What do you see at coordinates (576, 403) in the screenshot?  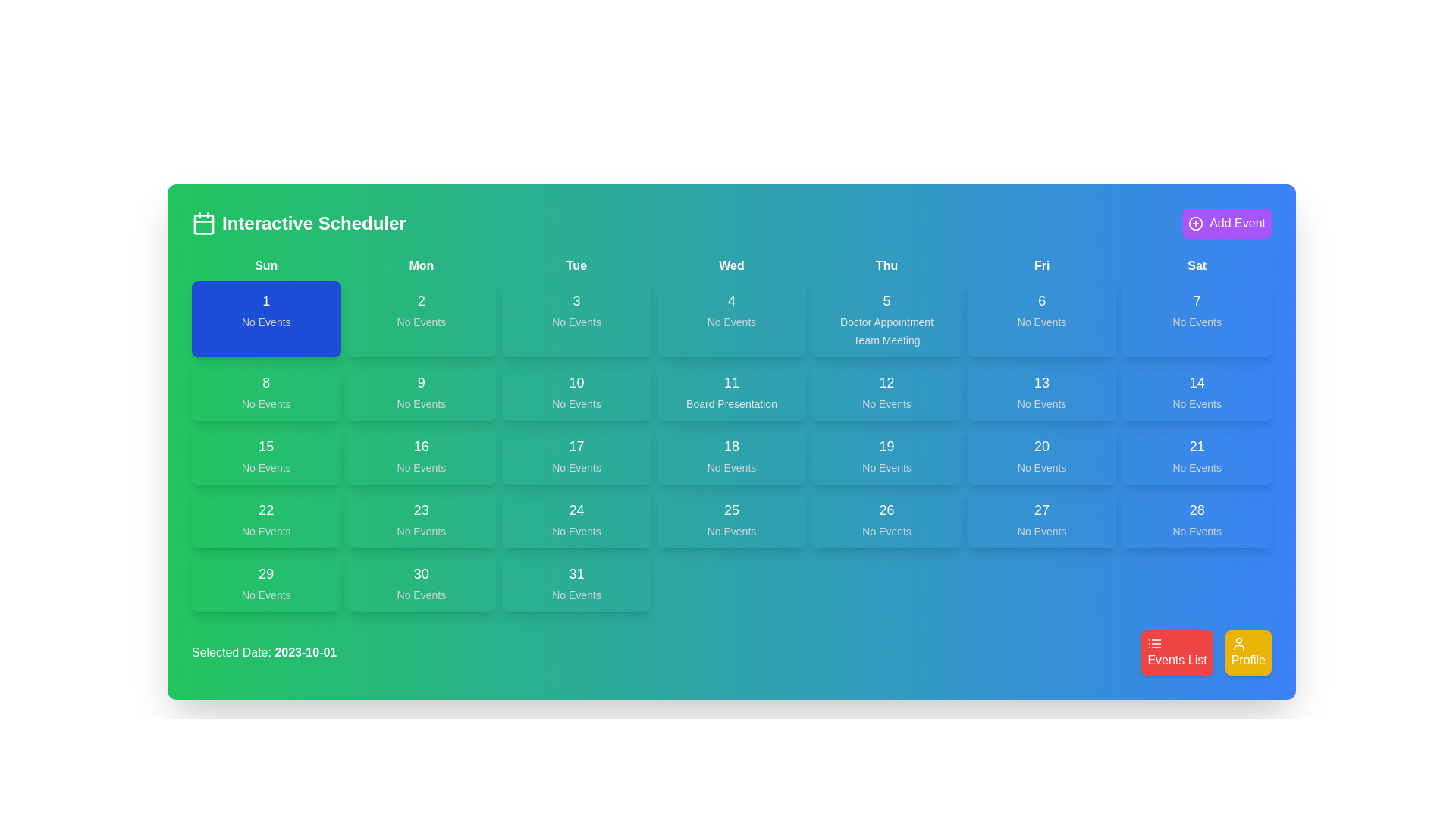 I see `the static text element displaying 'No Events' in light gray on a green background within the calendar for Tuesday, the 10th` at bounding box center [576, 403].